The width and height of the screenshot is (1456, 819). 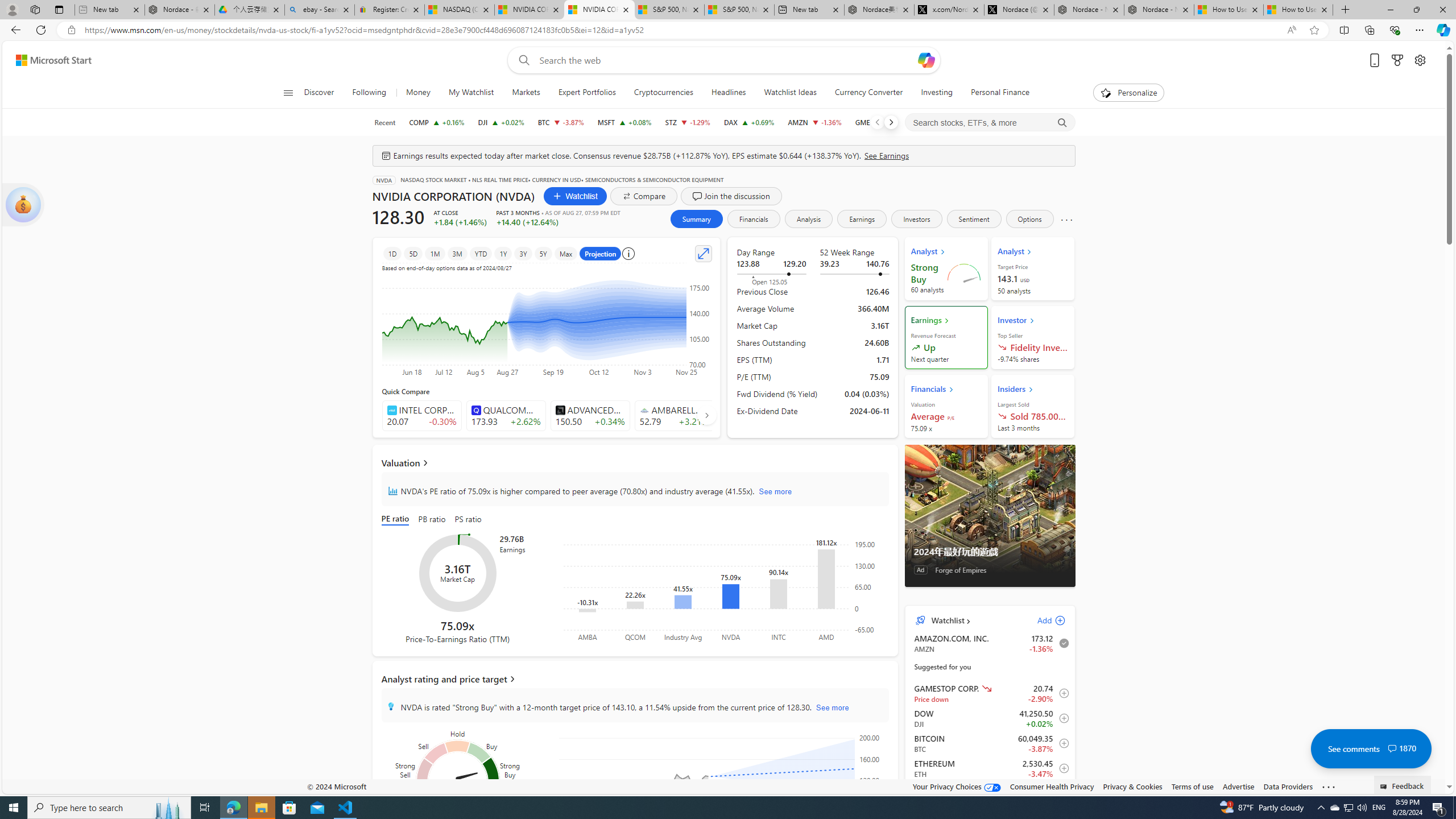 I want to click on 'x.com/NordaceOfficial', so click(x=949, y=9).